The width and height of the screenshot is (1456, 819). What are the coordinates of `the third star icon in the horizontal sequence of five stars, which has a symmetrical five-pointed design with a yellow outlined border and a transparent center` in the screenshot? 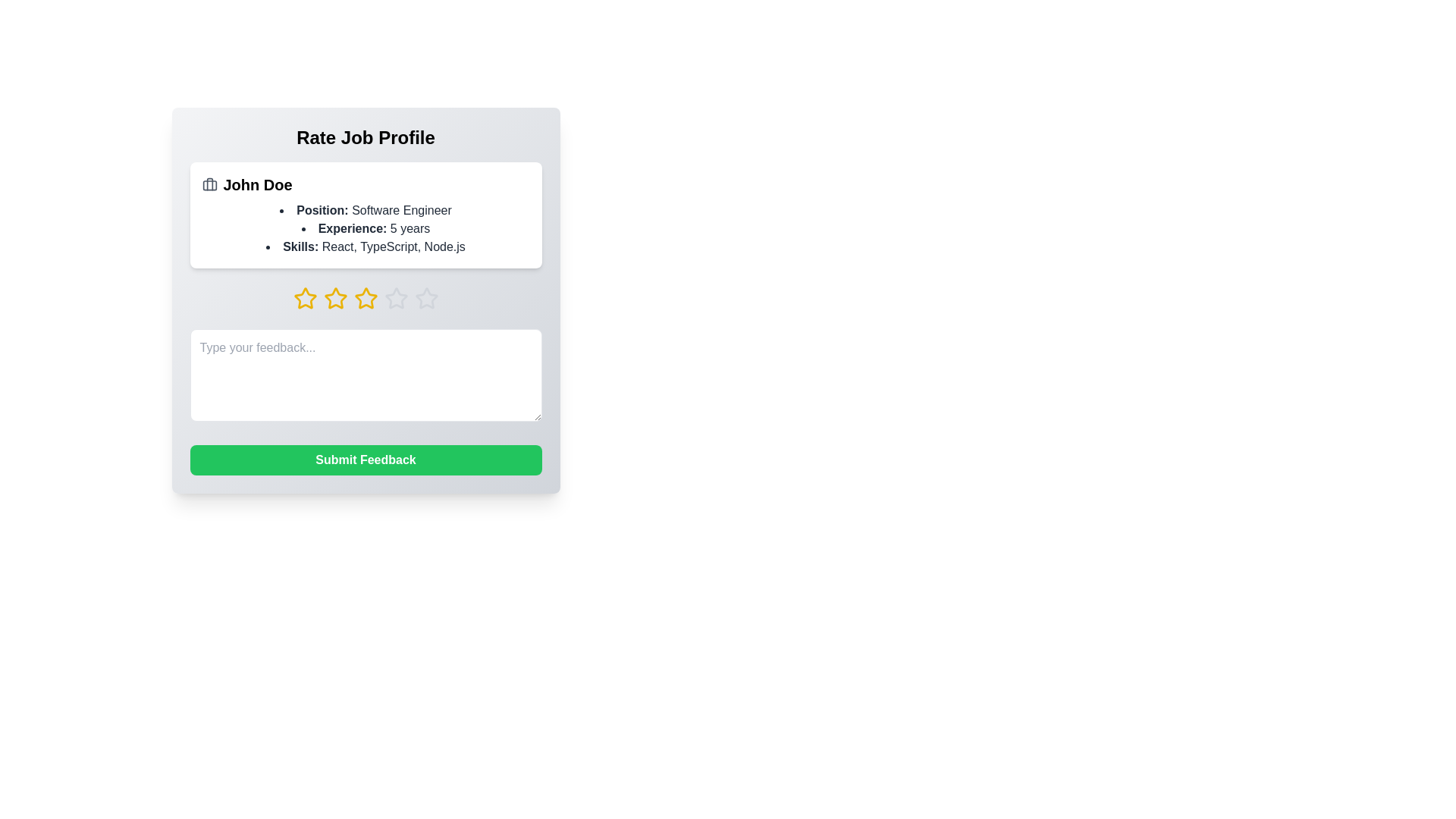 It's located at (366, 298).